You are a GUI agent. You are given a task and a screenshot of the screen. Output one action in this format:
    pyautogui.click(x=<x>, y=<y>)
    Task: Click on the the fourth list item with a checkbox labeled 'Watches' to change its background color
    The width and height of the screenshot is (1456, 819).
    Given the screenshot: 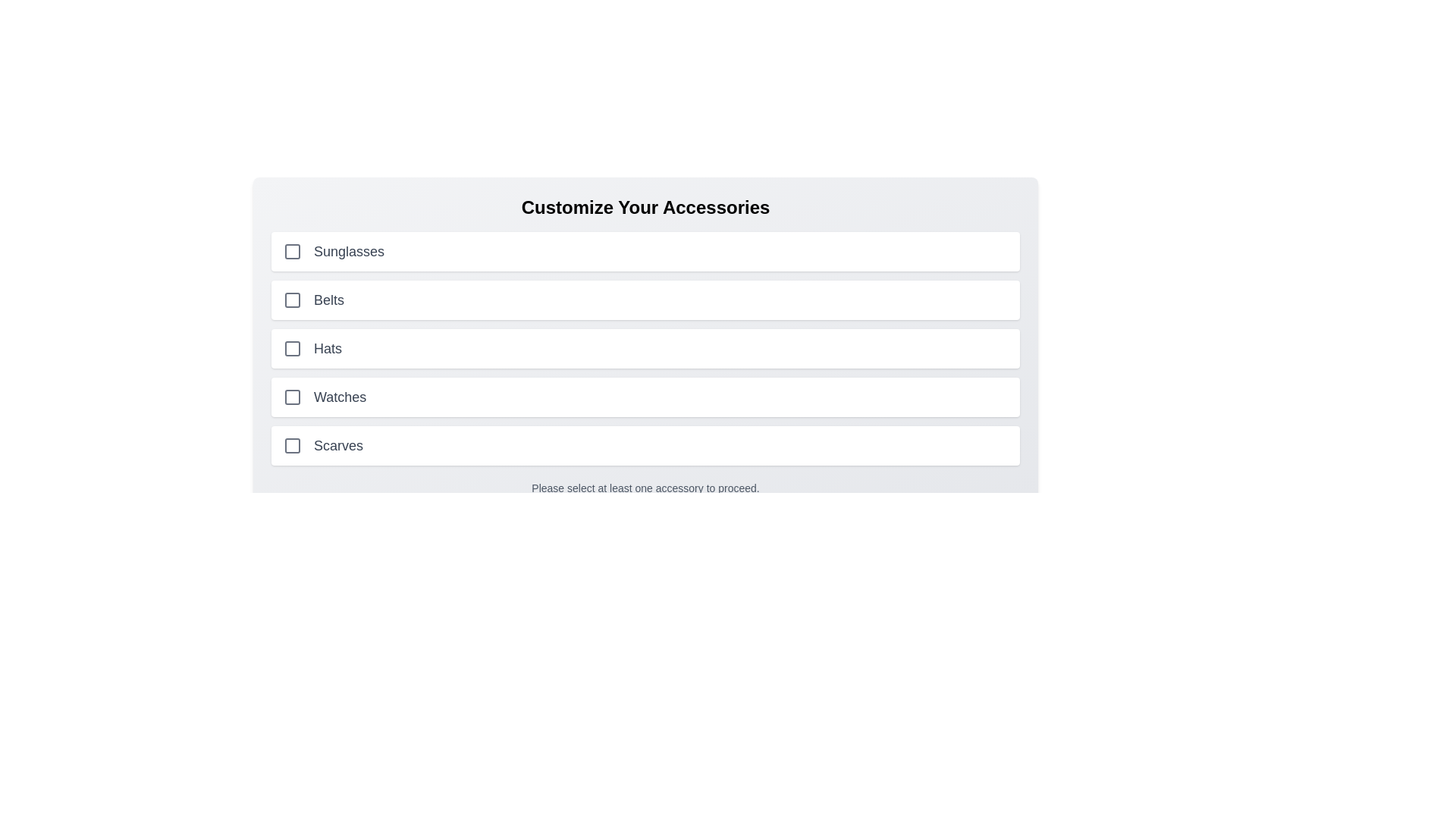 What is the action you would take?
    pyautogui.click(x=645, y=397)
    